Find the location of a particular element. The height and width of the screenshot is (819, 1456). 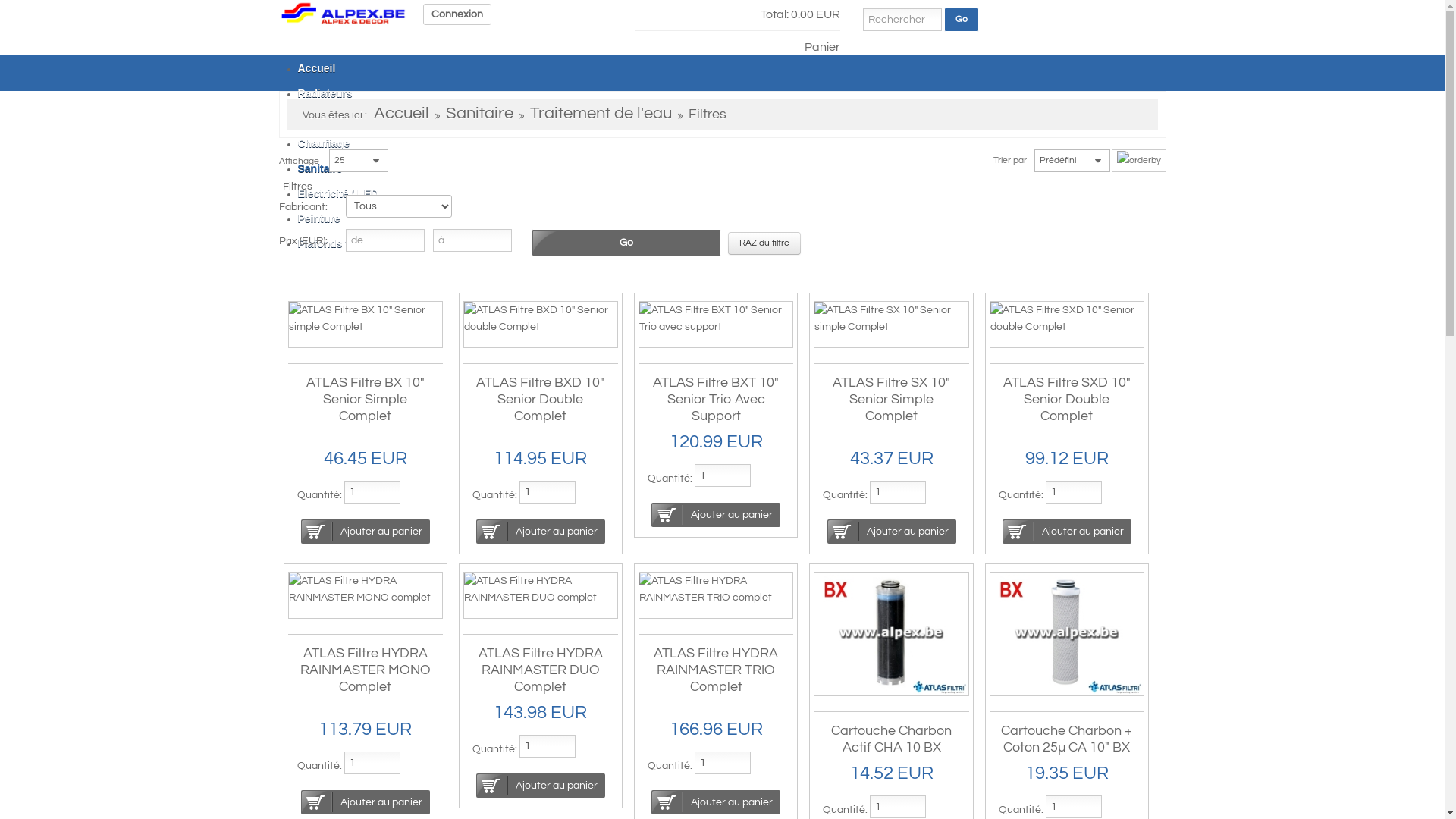

'ATLAS Filtre HYDRA RAINMASTER MONO Complet' is located at coordinates (365, 669).